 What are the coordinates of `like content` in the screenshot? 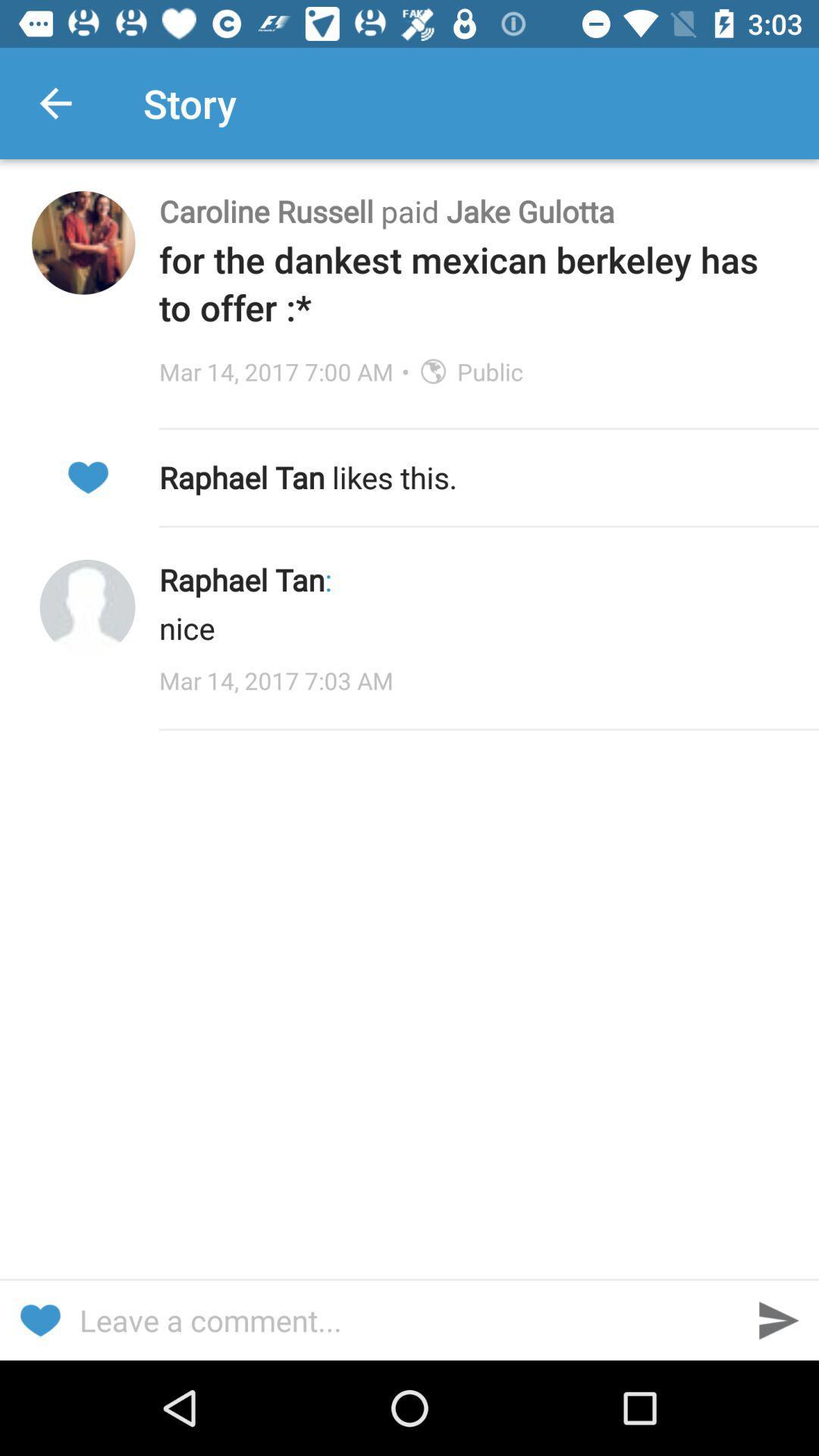 It's located at (87, 476).